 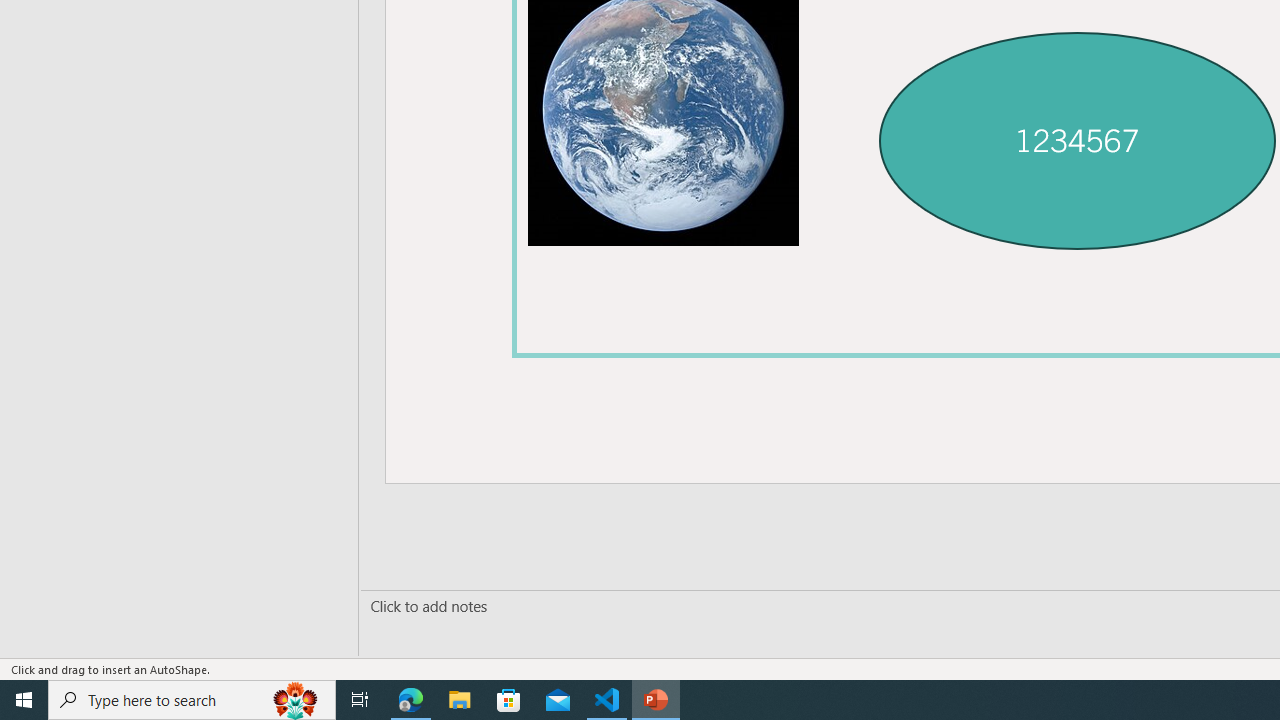 What do you see at coordinates (410, 698) in the screenshot?
I see `'Microsoft Edge - 1 running window'` at bounding box center [410, 698].